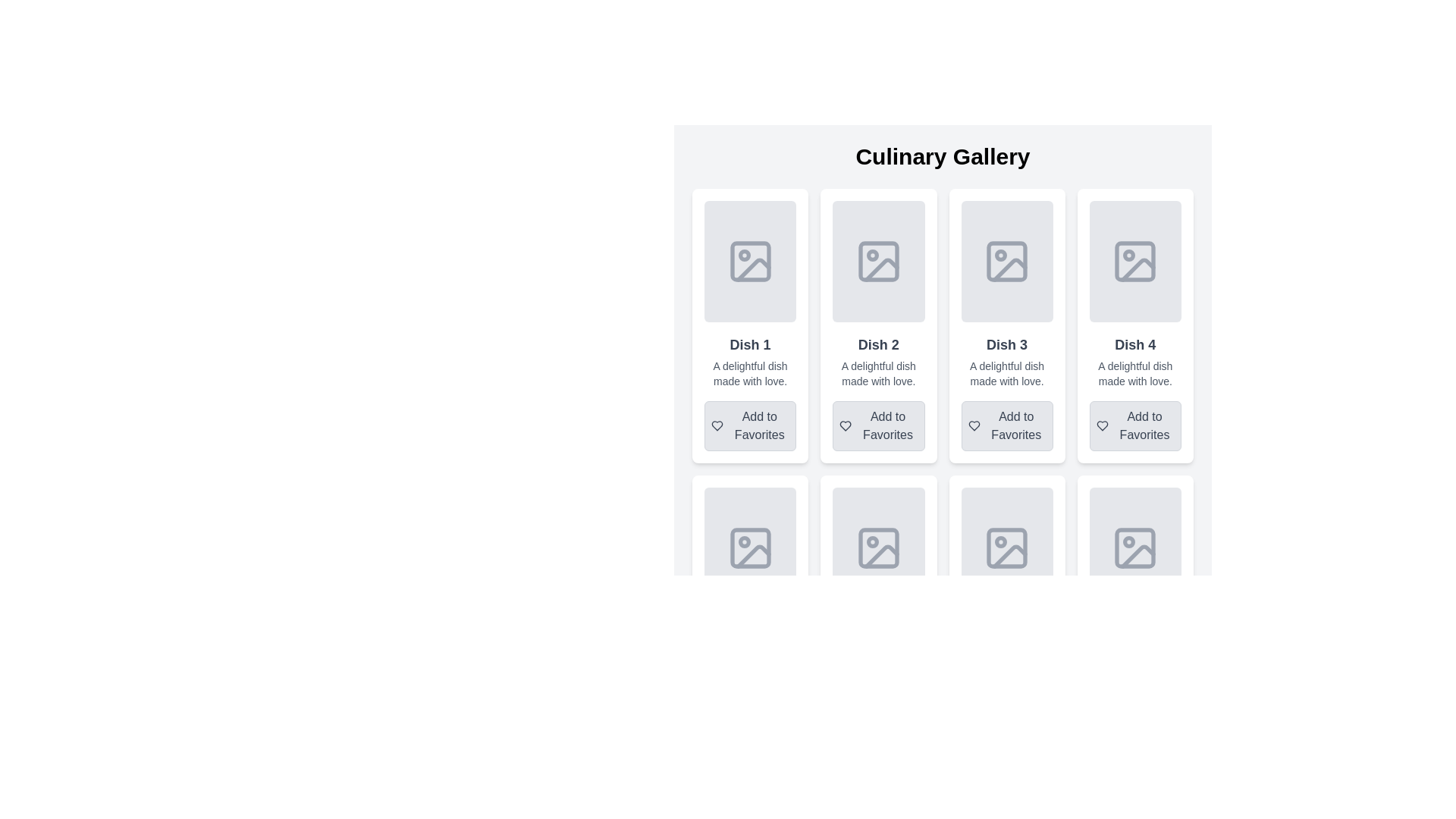 The height and width of the screenshot is (819, 1456). I want to click on the graphical icon (circle) within the SVG that indicates a specific state or feature, located near the upper-left of the 'Dish 1' card, so click(744, 254).